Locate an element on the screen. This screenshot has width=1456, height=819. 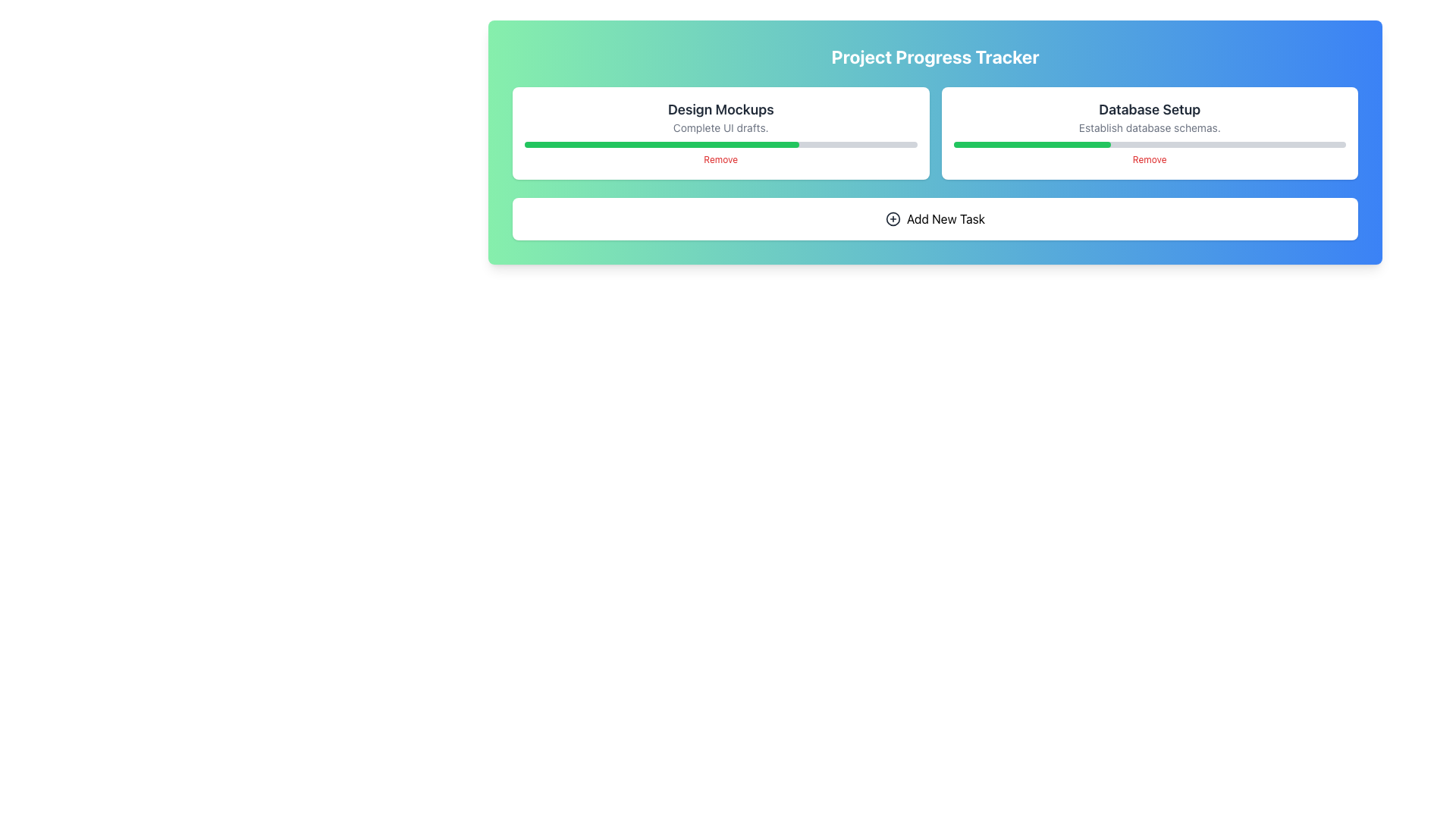
the progress bar that visually represents the completion progress of the database setup task, located under the sub-heading 'Establish database schemas.' is located at coordinates (1150, 145).